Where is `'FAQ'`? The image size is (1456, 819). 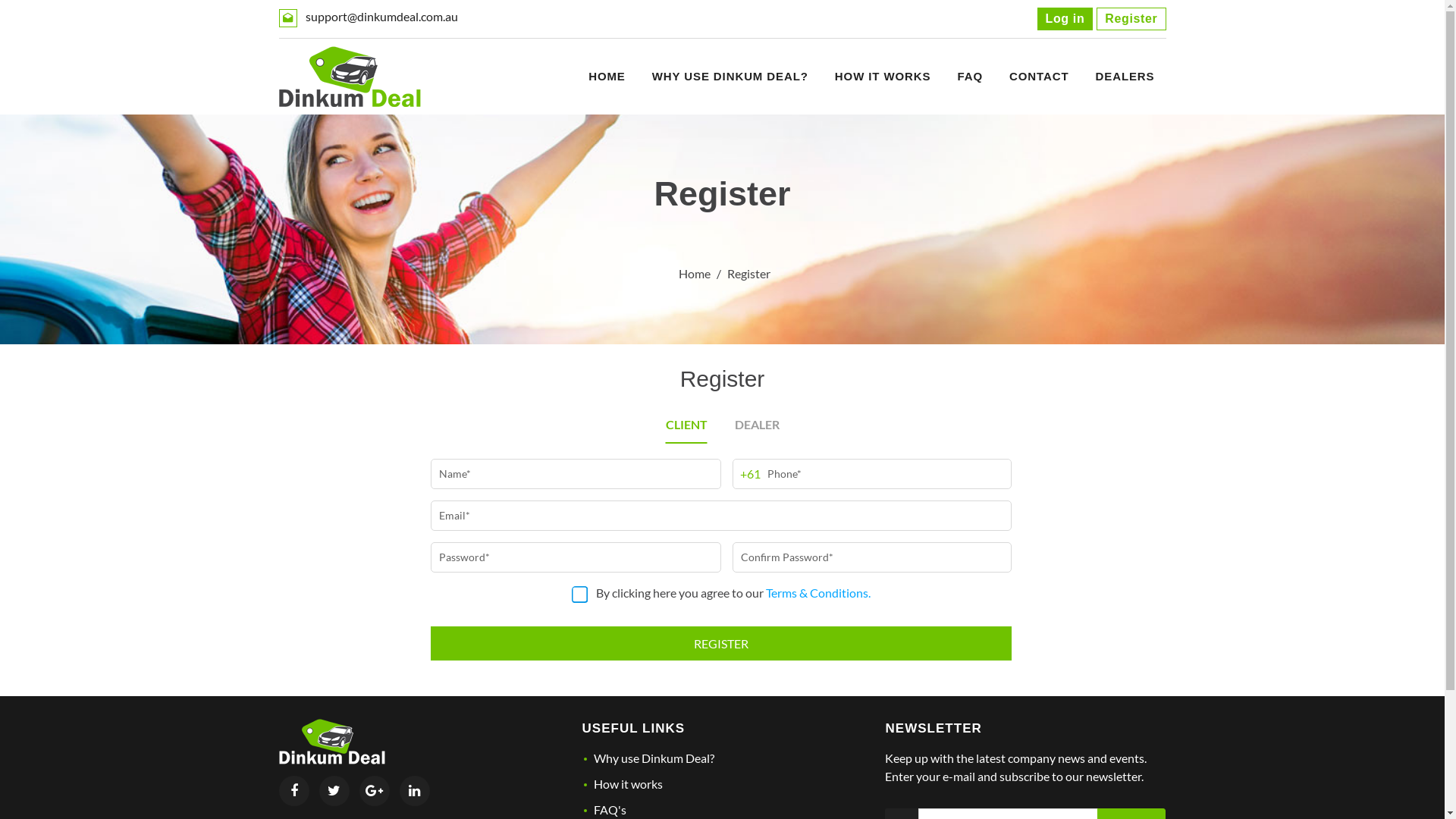
'FAQ' is located at coordinates (968, 76).